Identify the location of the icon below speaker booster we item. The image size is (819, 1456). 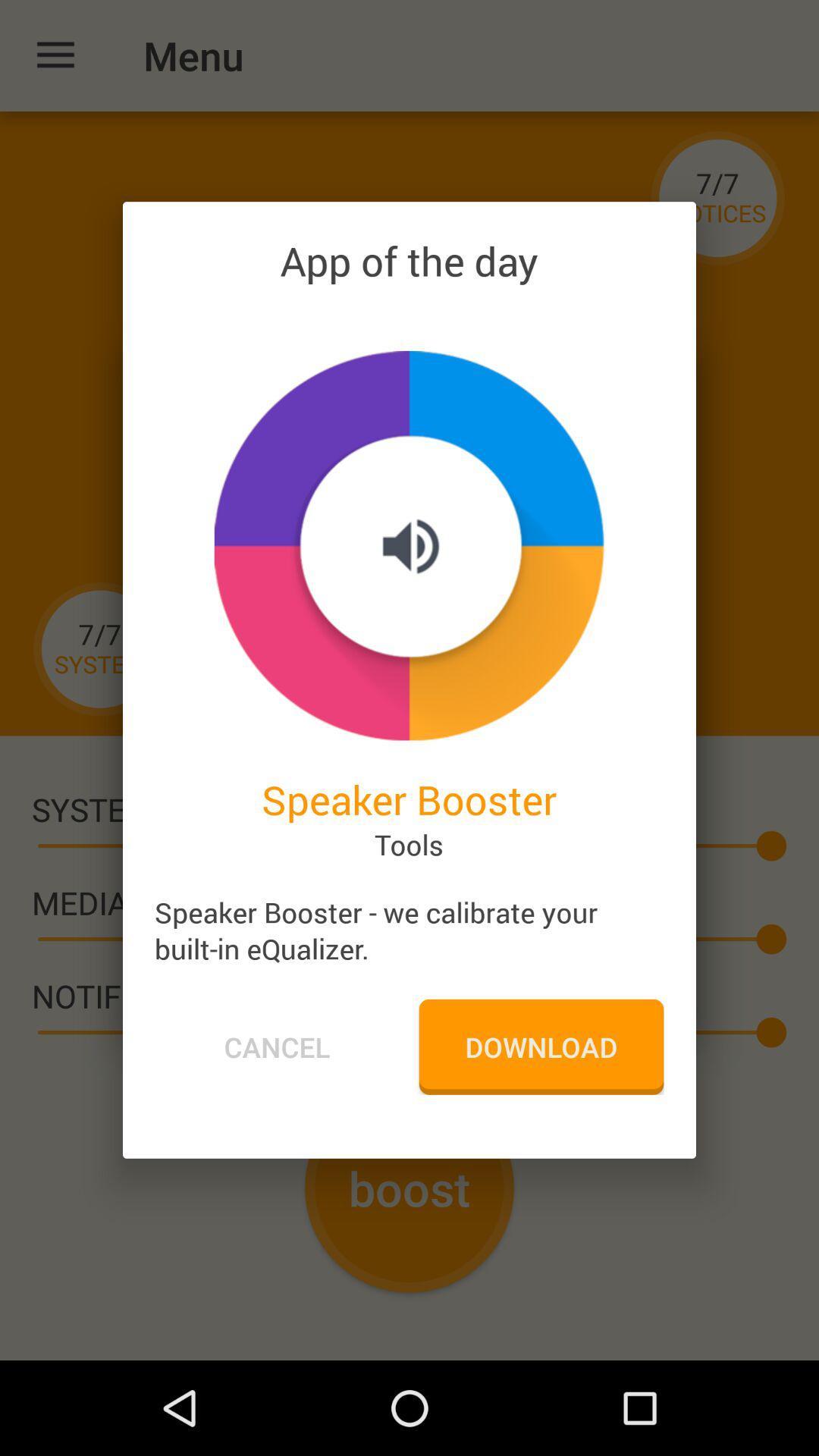
(540, 1046).